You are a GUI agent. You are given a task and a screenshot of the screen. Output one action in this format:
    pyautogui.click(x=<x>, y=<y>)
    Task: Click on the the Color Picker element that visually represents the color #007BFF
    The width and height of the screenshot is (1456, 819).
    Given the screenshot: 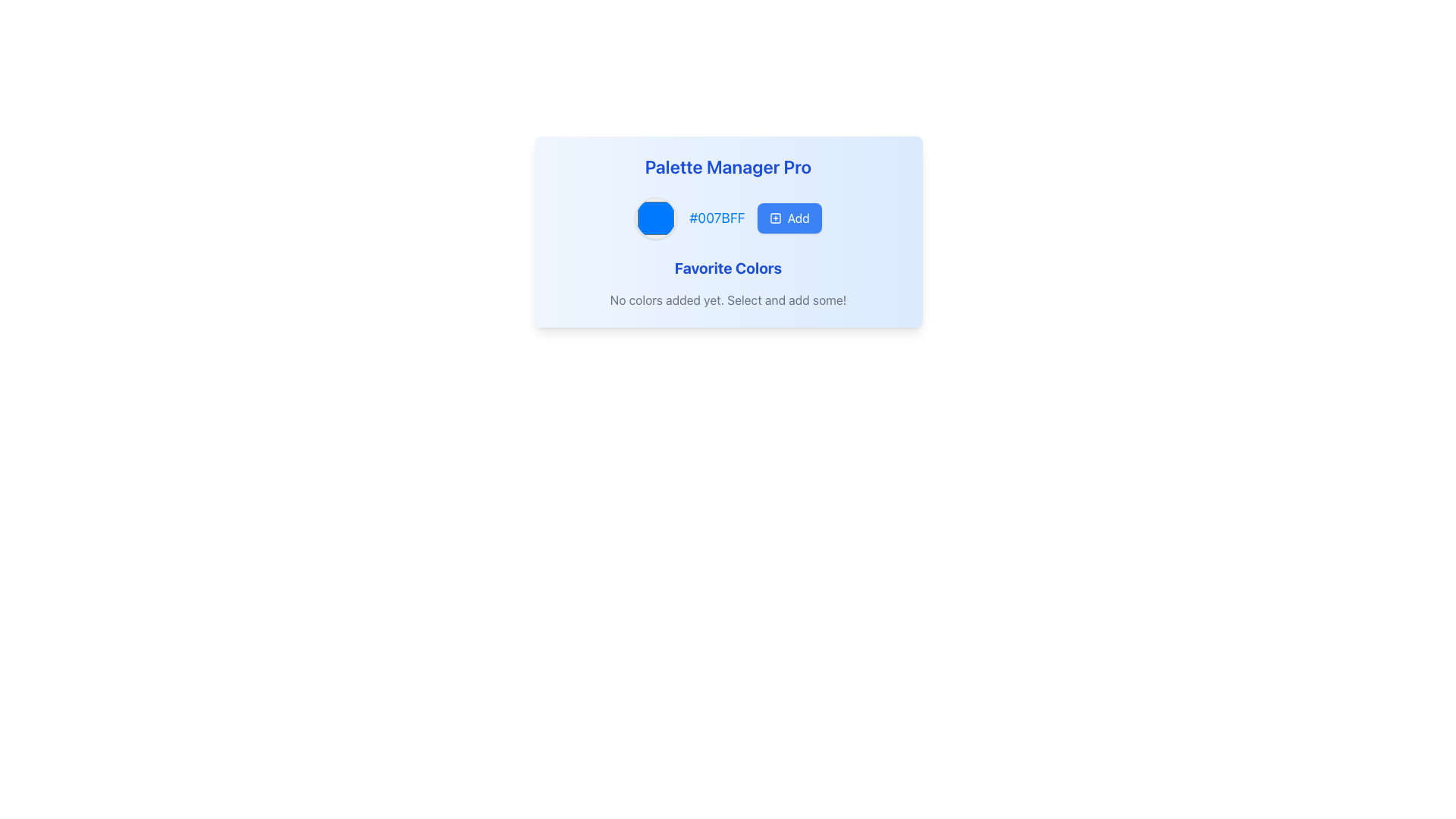 What is the action you would take?
    pyautogui.click(x=655, y=218)
    